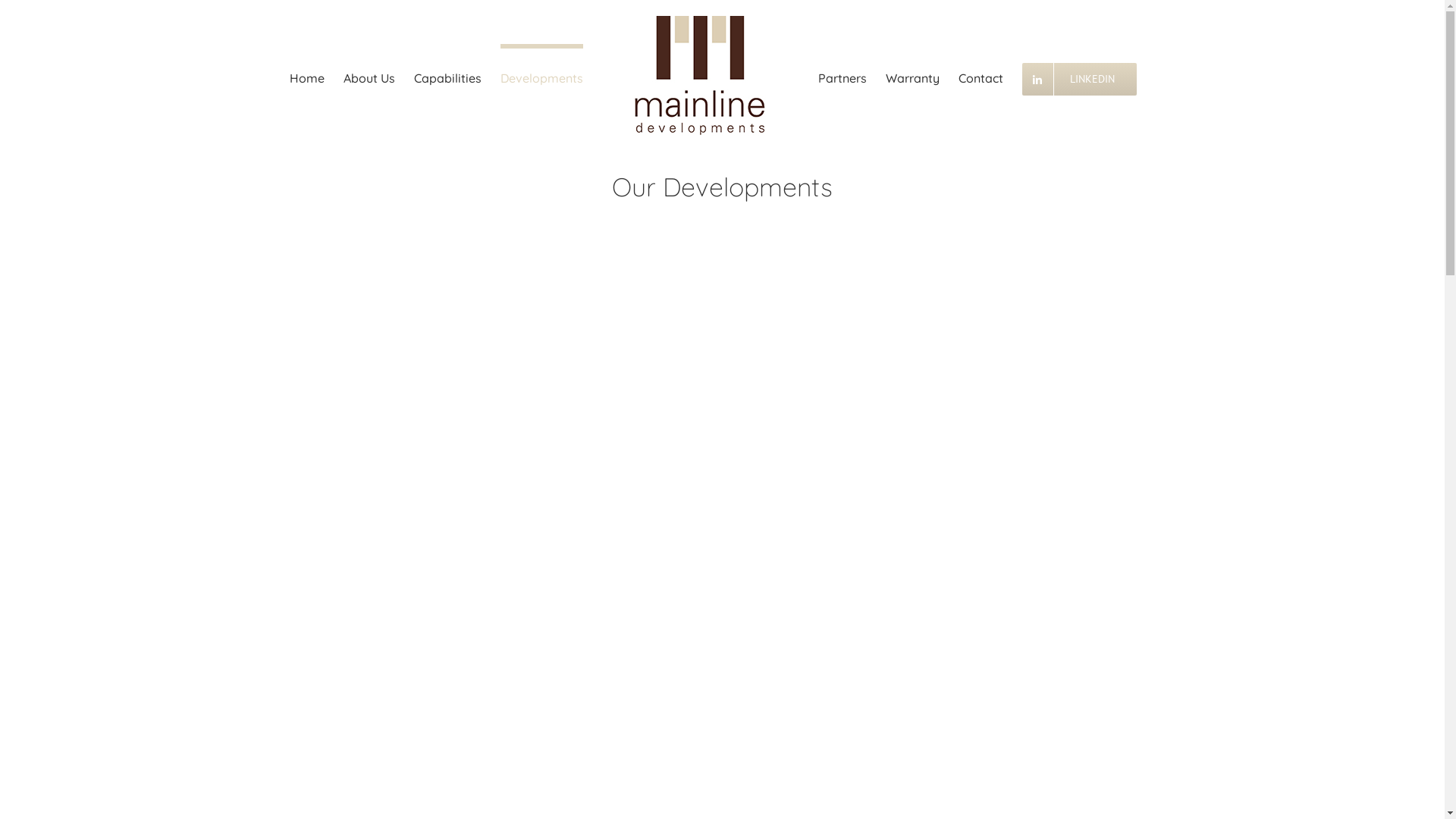 This screenshot has height=819, width=1456. Describe the element at coordinates (306, 76) in the screenshot. I see `'Home'` at that location.